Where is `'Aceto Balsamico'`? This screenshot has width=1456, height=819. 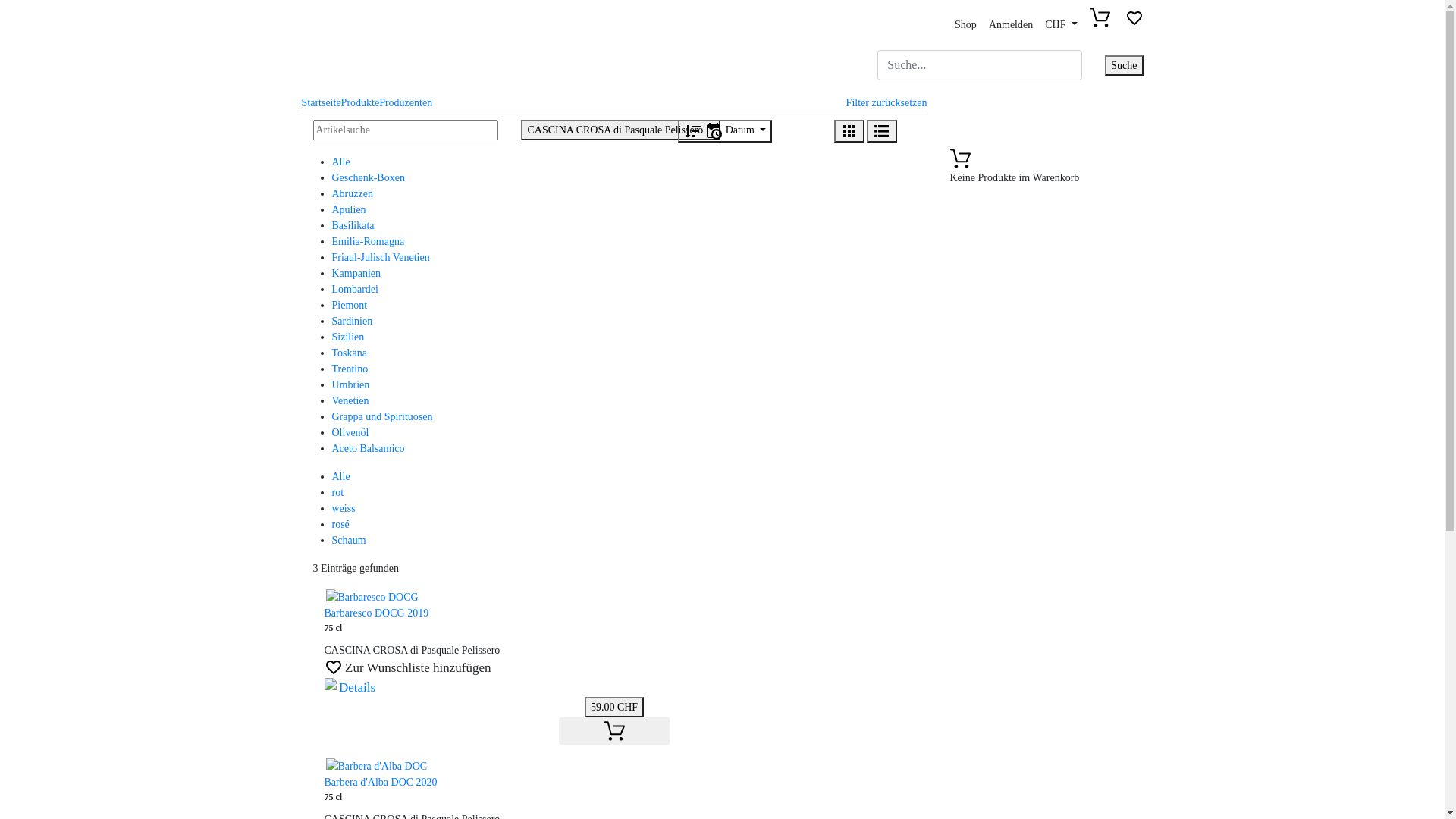 'Aceto Balsamico' is located at coordinates (368, 447).